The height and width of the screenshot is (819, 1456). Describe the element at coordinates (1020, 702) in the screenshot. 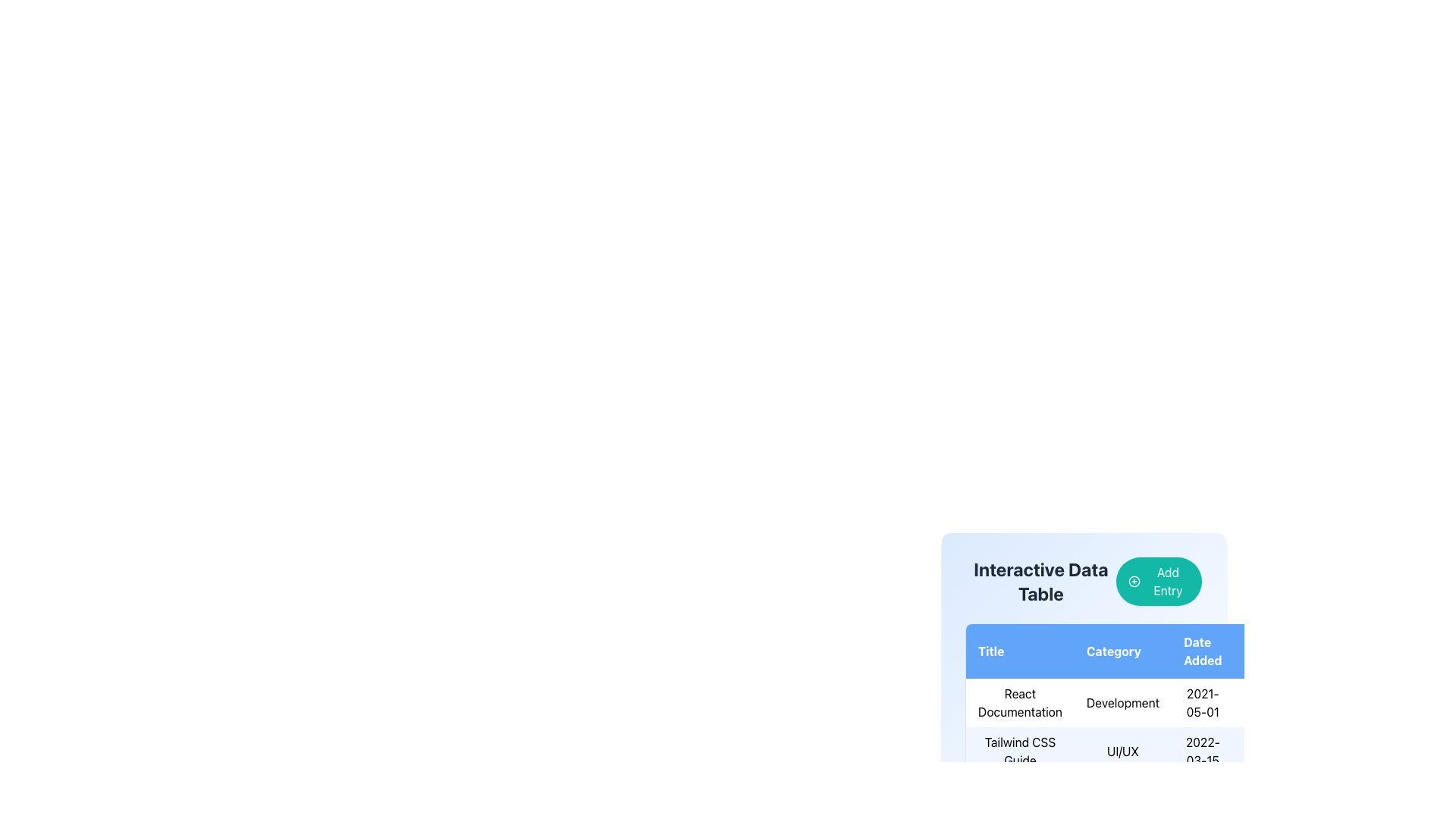

I see `the non-interactive text element that conveys the title of the first row entry under the 'Title' column in the table layout, located to the left of 'Development' and above 'Tailwind CSS Guide'` at that location.